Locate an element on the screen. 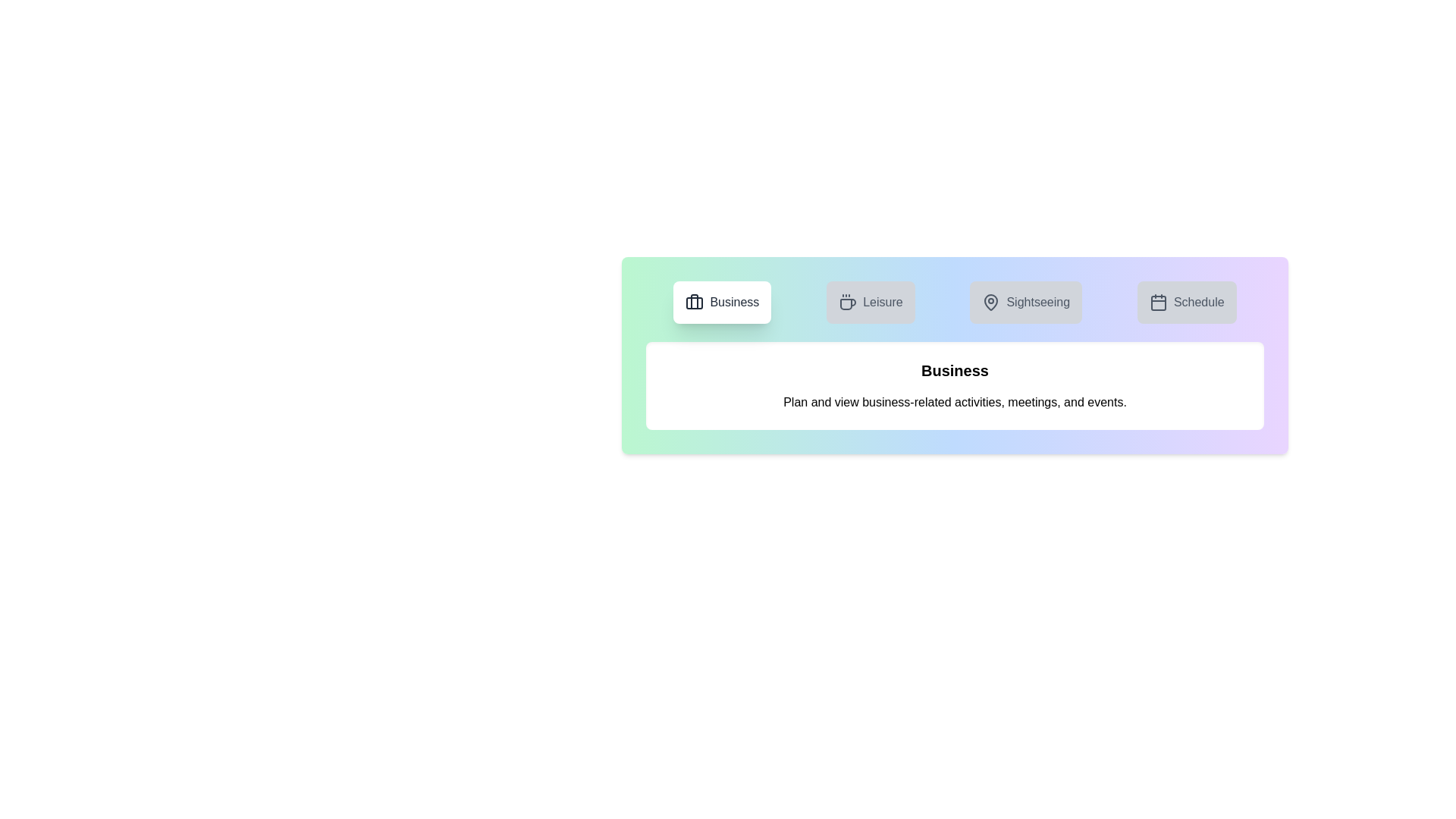 The image size is (1456, 819). the tab labeled Sightseeing to view its content is located at coordinates (1026, 302).